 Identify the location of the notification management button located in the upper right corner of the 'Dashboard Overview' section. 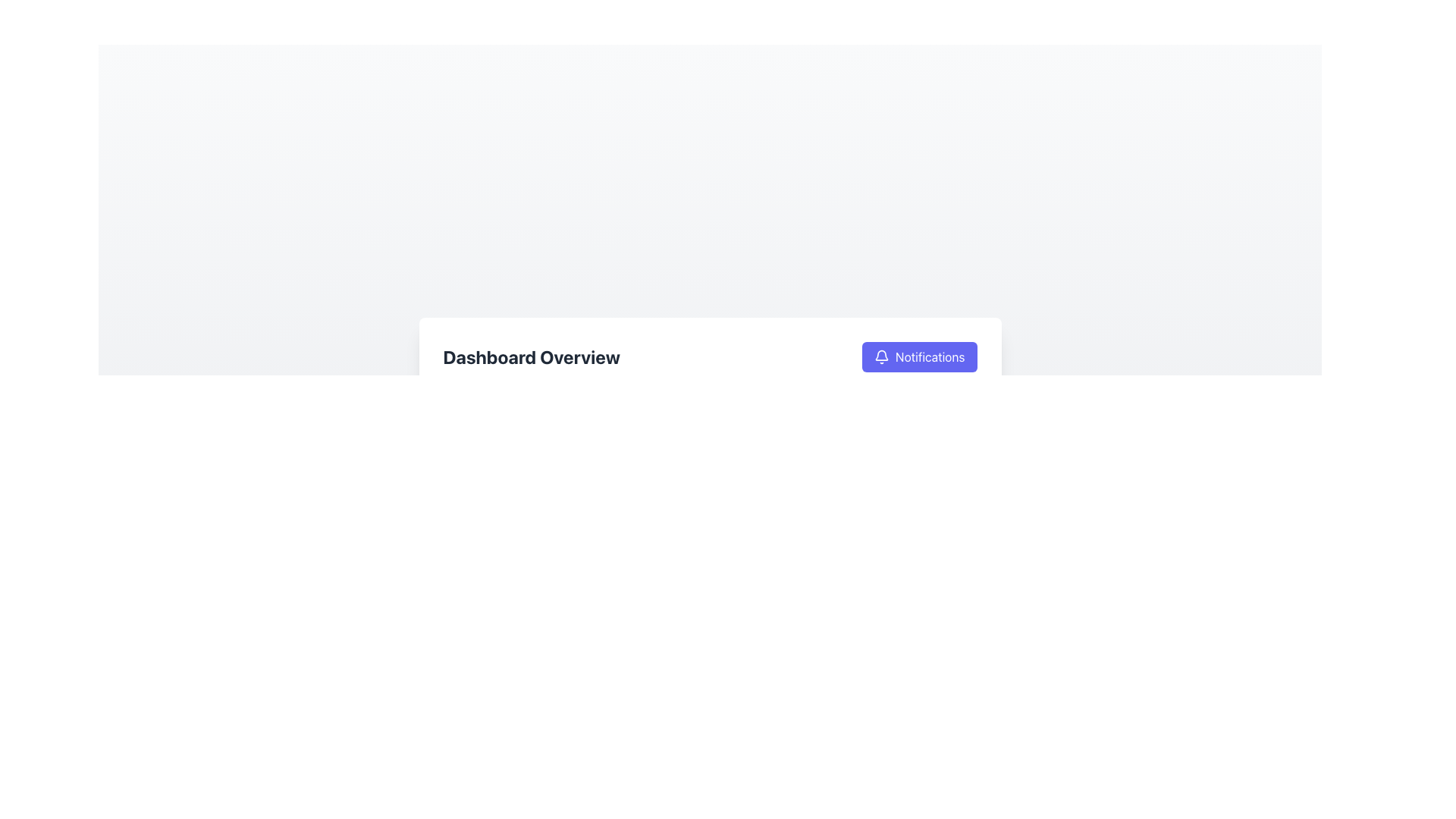
(918, 356).